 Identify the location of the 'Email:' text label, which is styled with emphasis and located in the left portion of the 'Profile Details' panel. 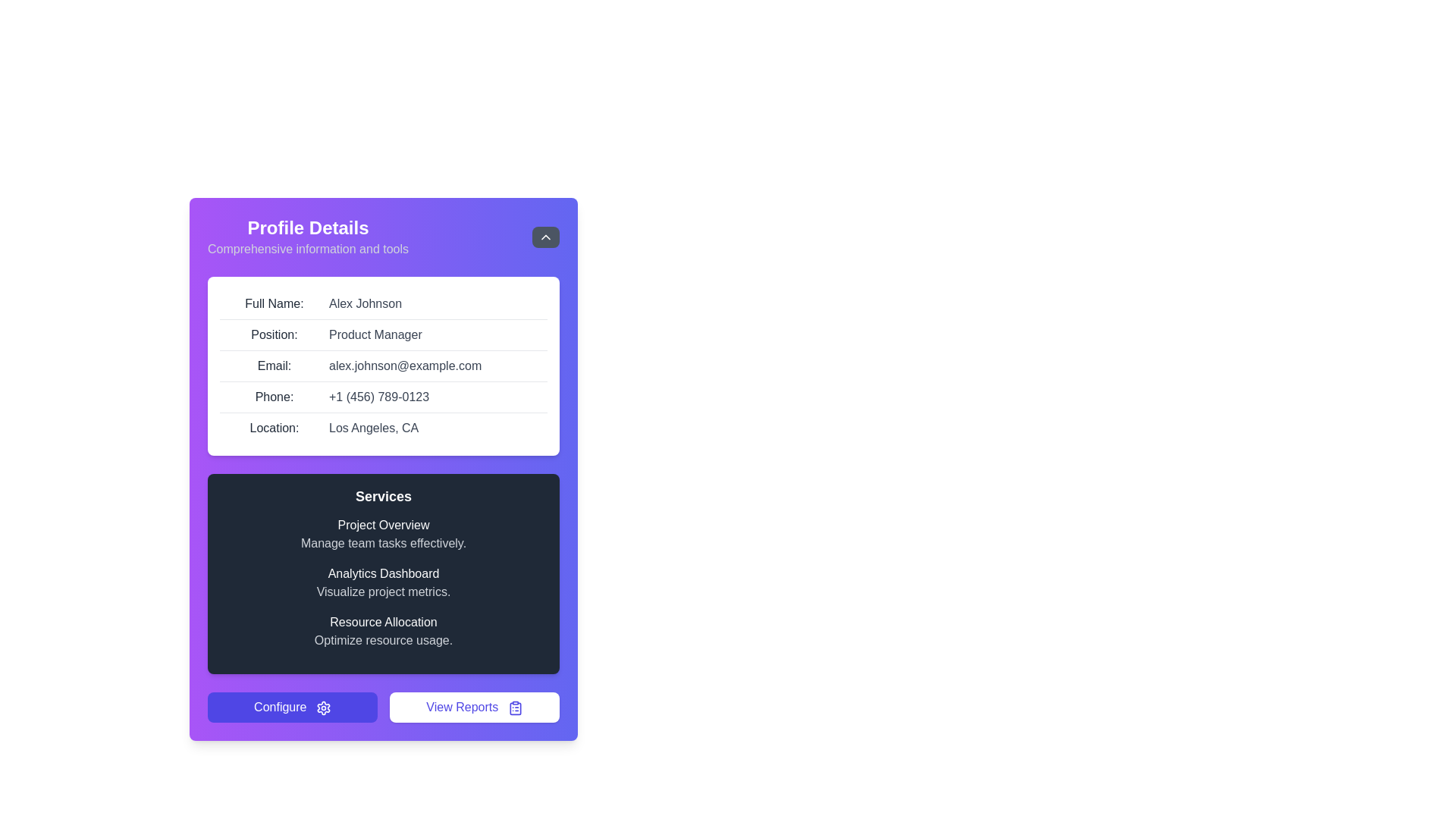
(274, 366).